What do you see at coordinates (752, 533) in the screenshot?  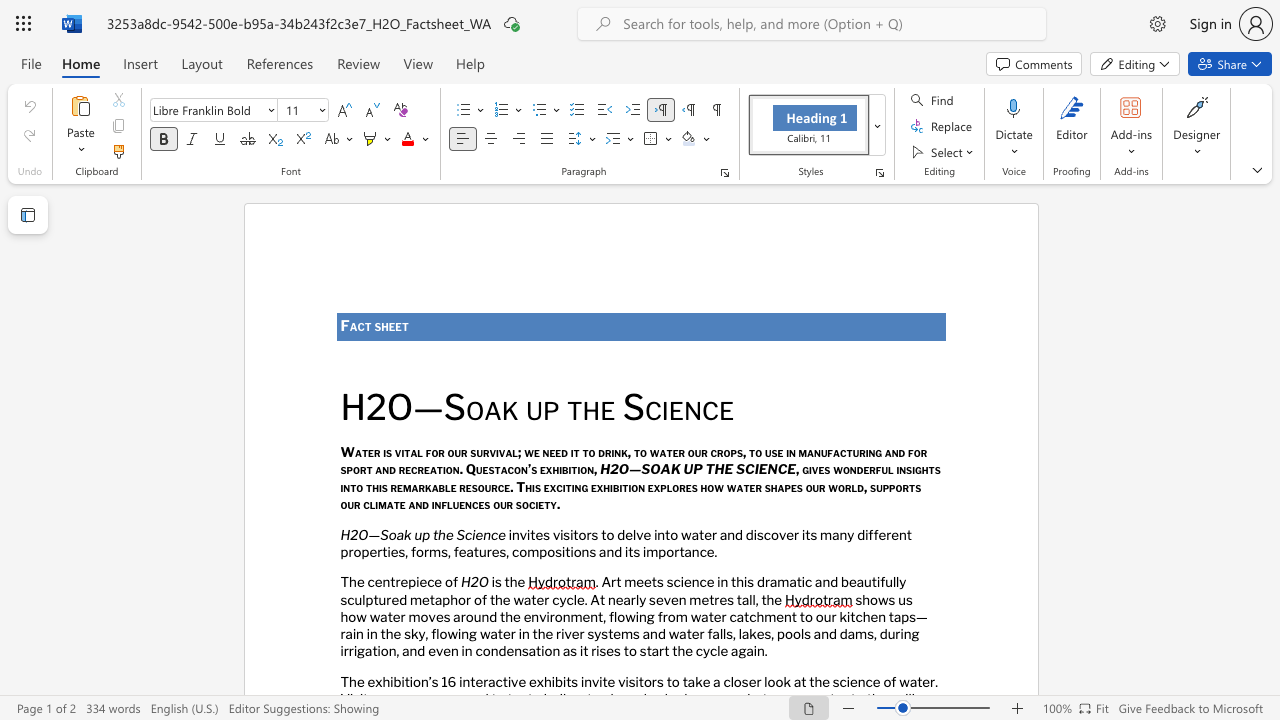 I see `the subset text "iscover its many diffe" within the text "invites visitors to delve into water and discover its many different properties, forms, features,"` at bounding box center [752, 533].